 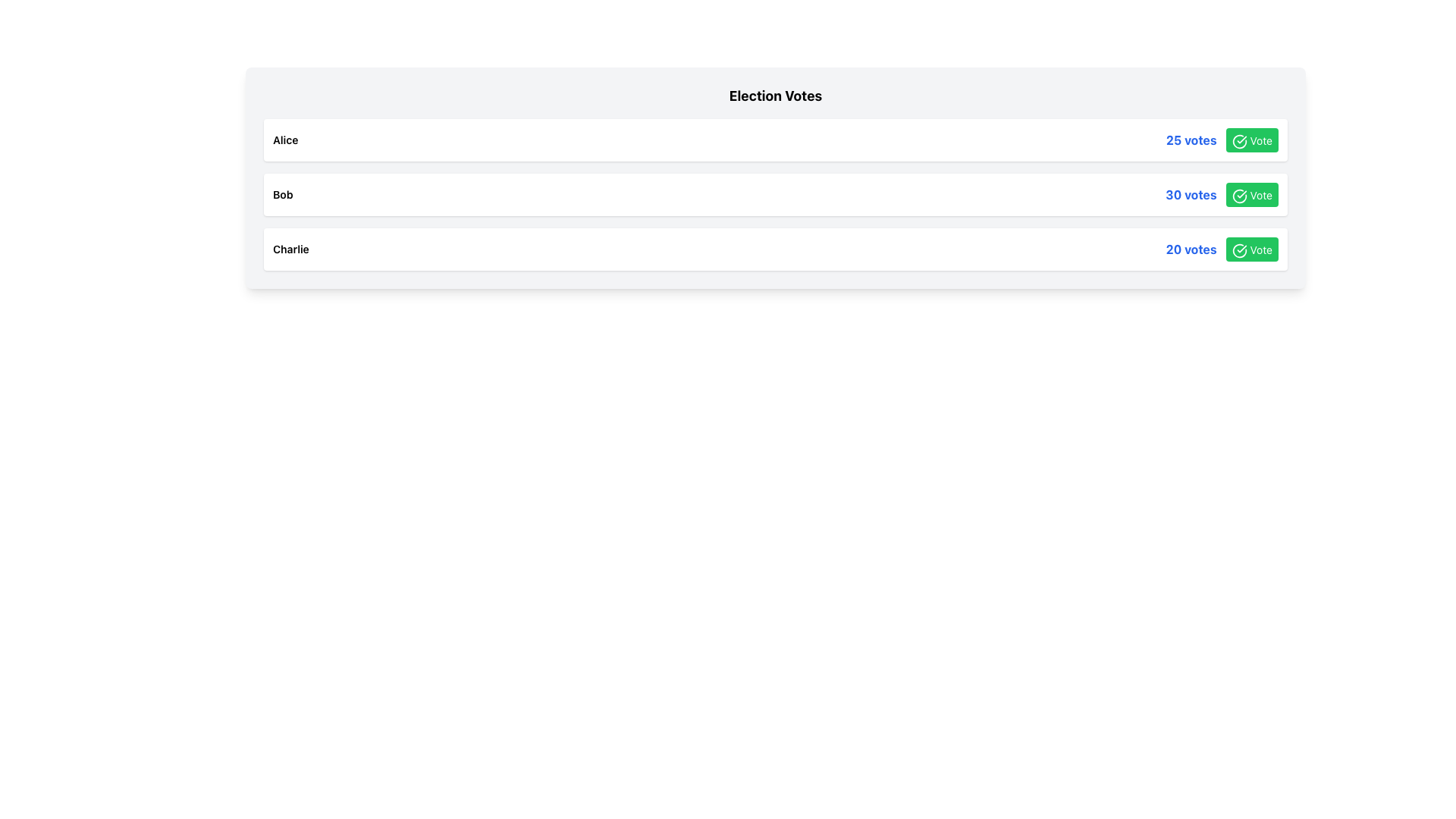 What do you see at coordinates (1252, 248) in the screenshot?
I see `the voting button located in the middle of the bottom row of three items to cast a vote` at bounding box center [1252, 248].